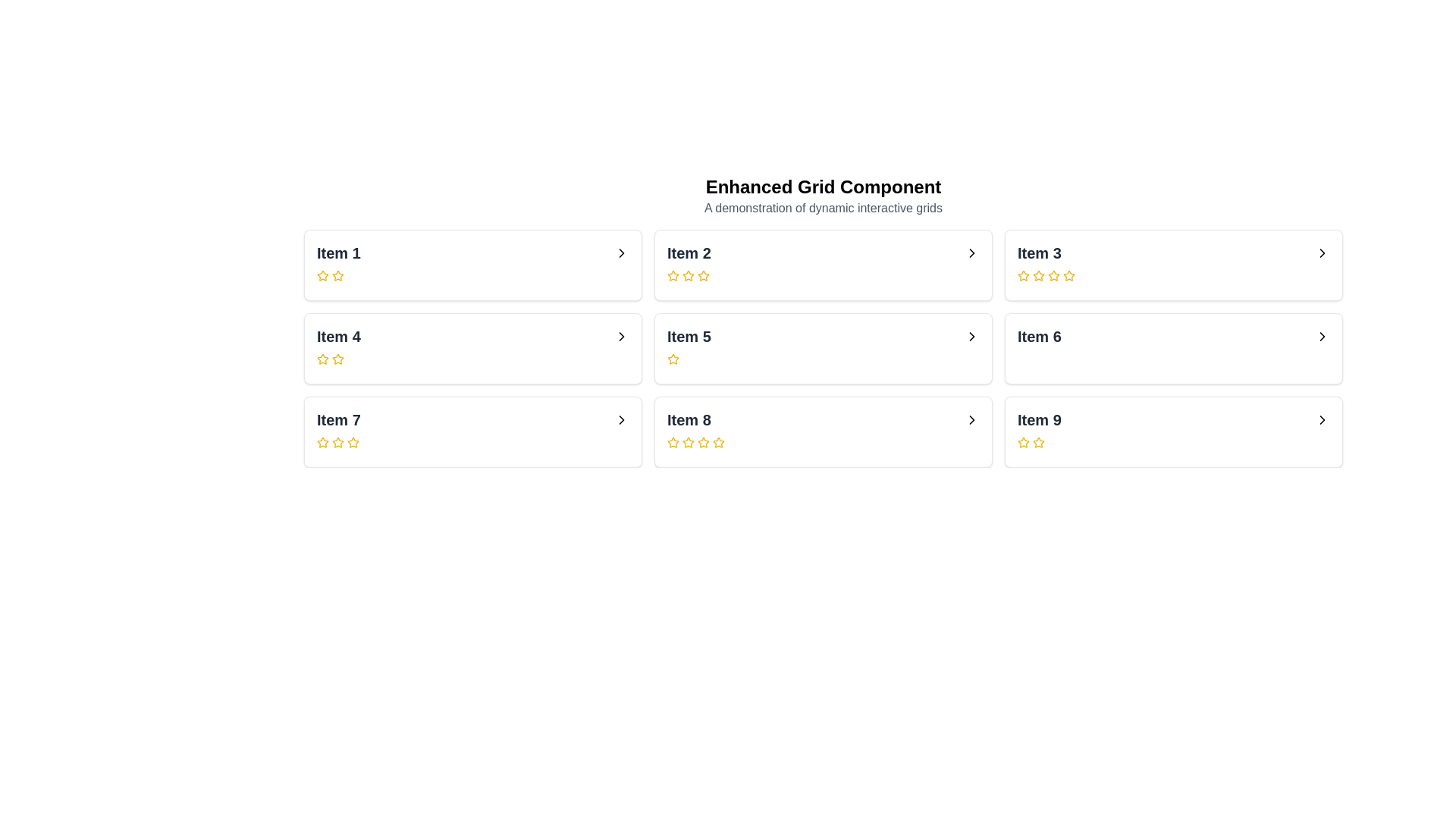 The image size is (1456, 819). What do you see at coordinates (822, 208) in the screenshot?
I see `text element that serves as a subtitle or description for the main content under the heading 'Enhanced Grid Component', located in the header section of the page` at bounding box center [822, 208].